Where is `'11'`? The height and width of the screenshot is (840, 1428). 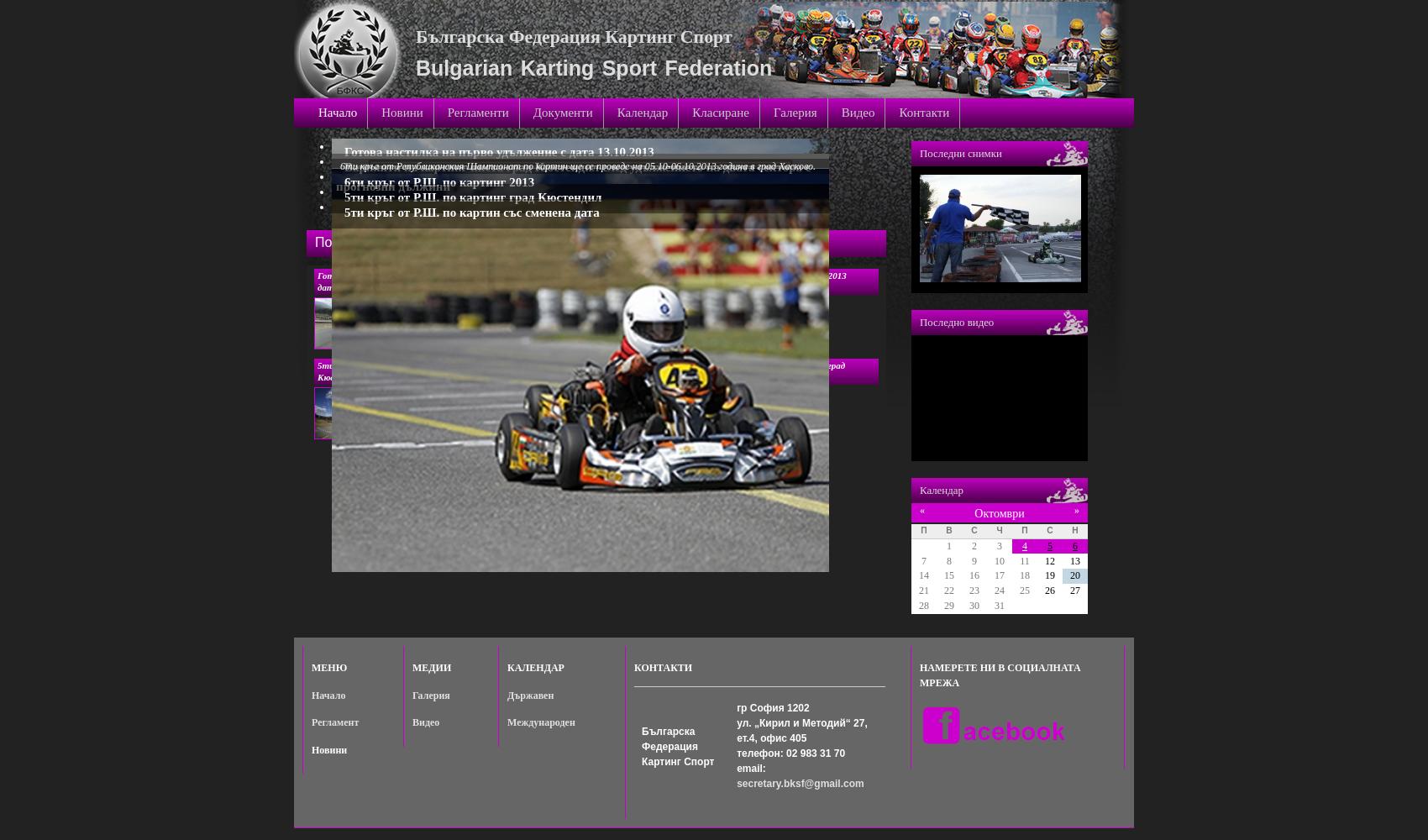
'11' is located at coordinates (1023, 560).